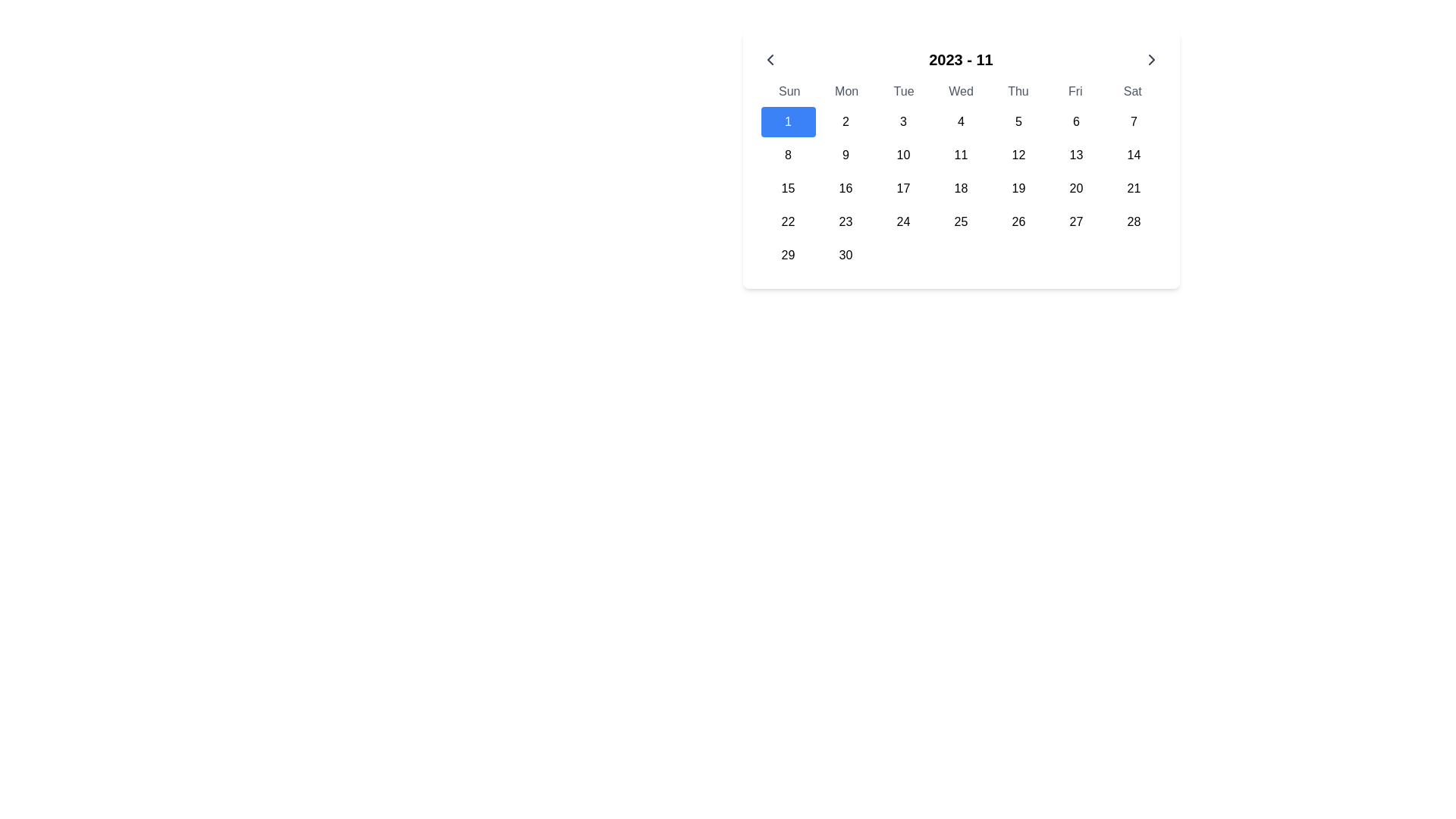 This screenshot has height=819, width=1456. What do you see at coordinates (960, 155) in the screenshot?
I see `the square button with rounded corners containing the text '11'` at bounding box center [960, 155].